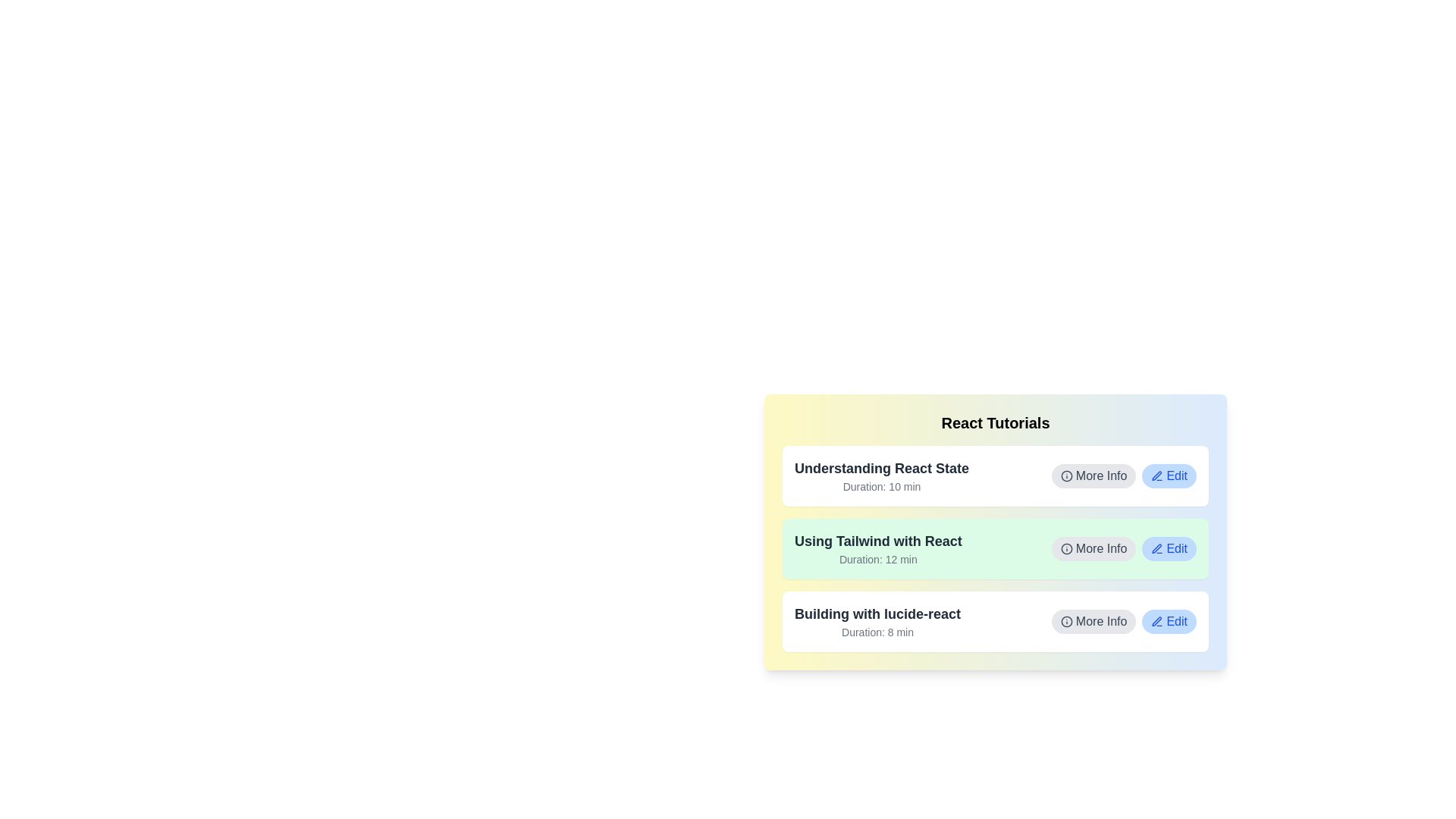 The width and height of the screenshot is (1456, 819). What do you see at coordinates (996, 532) in the screenshot?
I see `the background gradient area of the component` at bounding box center [996, 532].